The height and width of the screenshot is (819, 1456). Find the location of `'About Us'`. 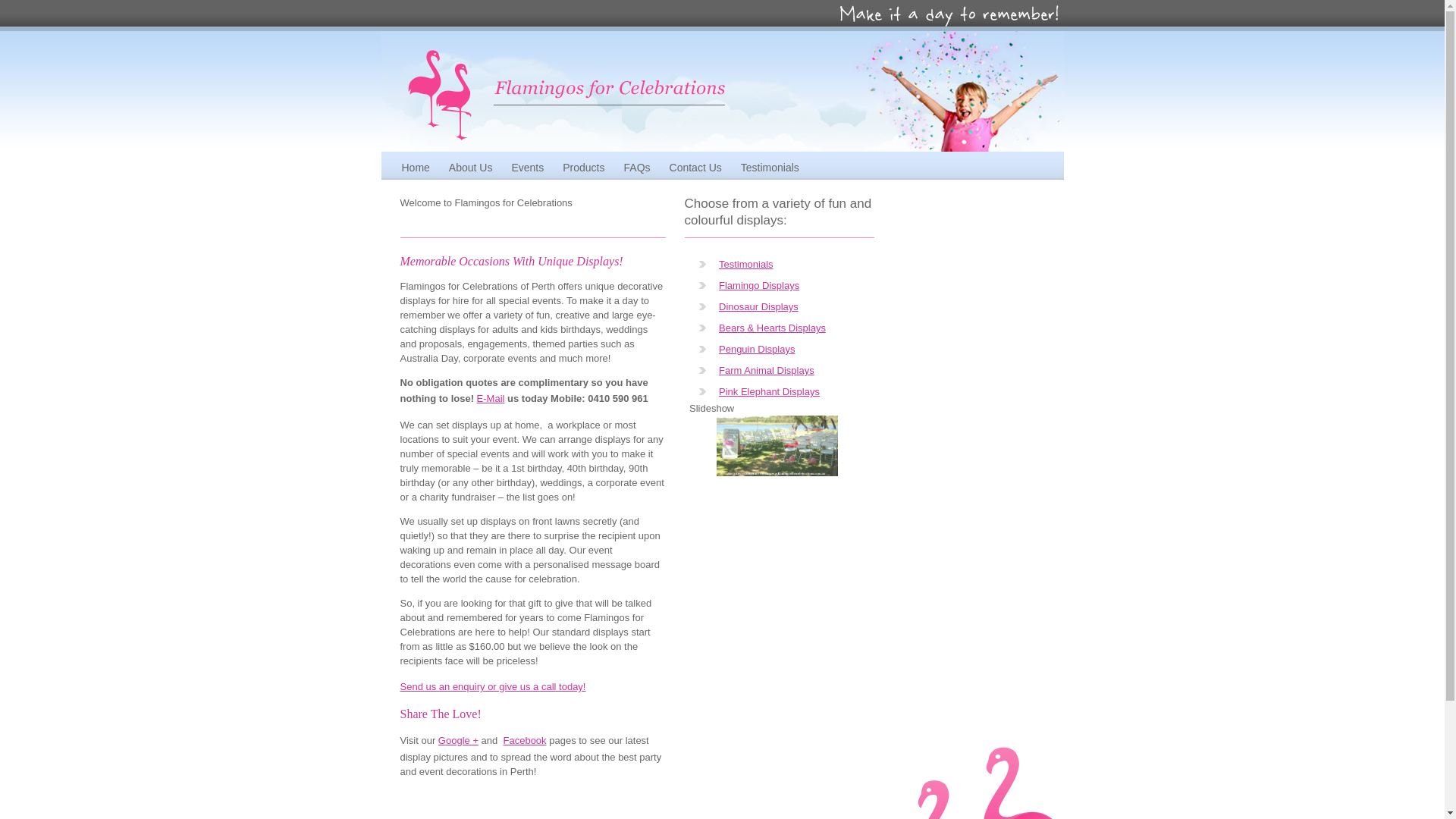

'About Us' is located at coordinates (440, 167).